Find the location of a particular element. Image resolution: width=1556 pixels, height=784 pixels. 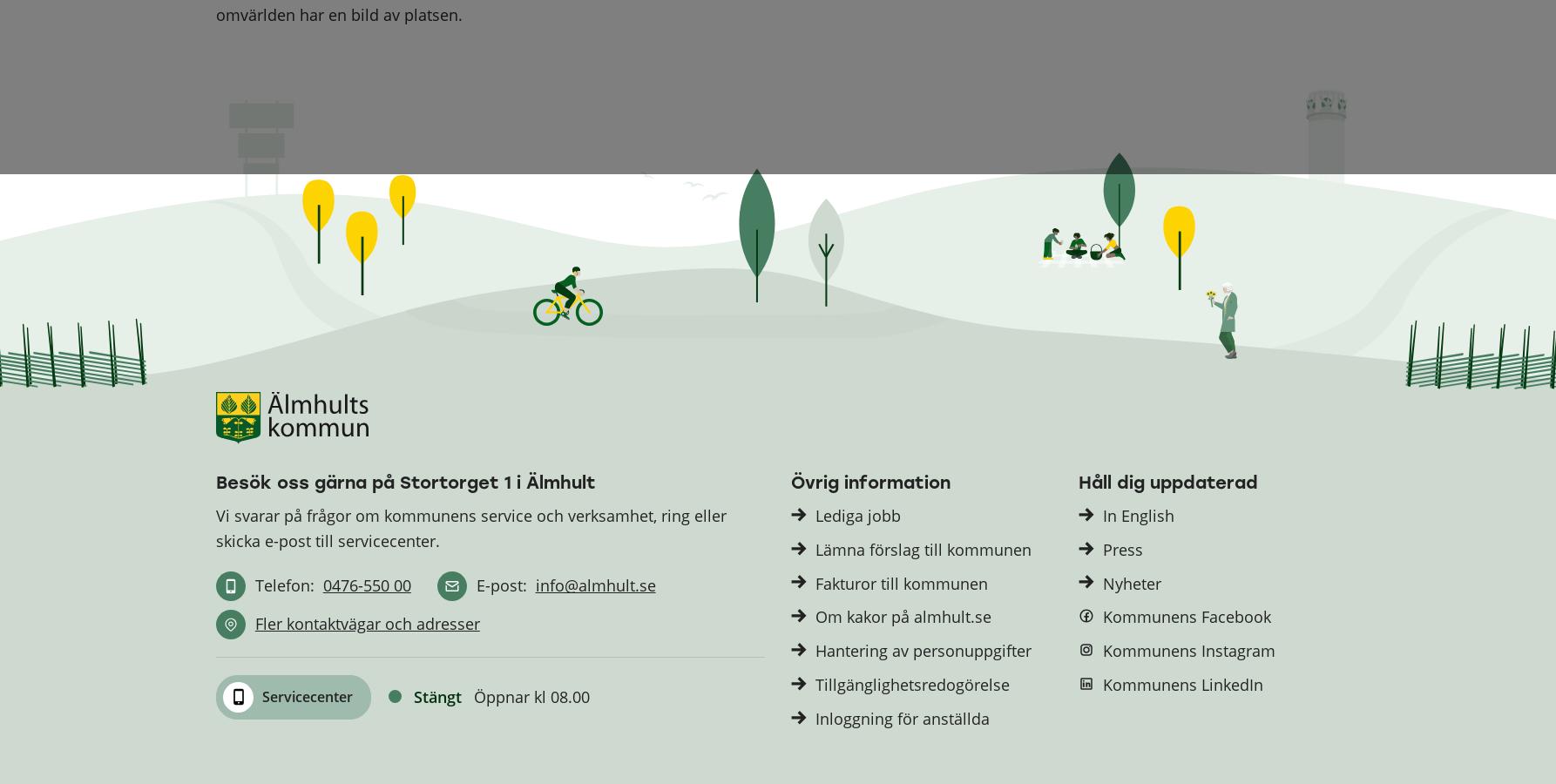

'Lediga jobb' is located at coordinates (857, 515).